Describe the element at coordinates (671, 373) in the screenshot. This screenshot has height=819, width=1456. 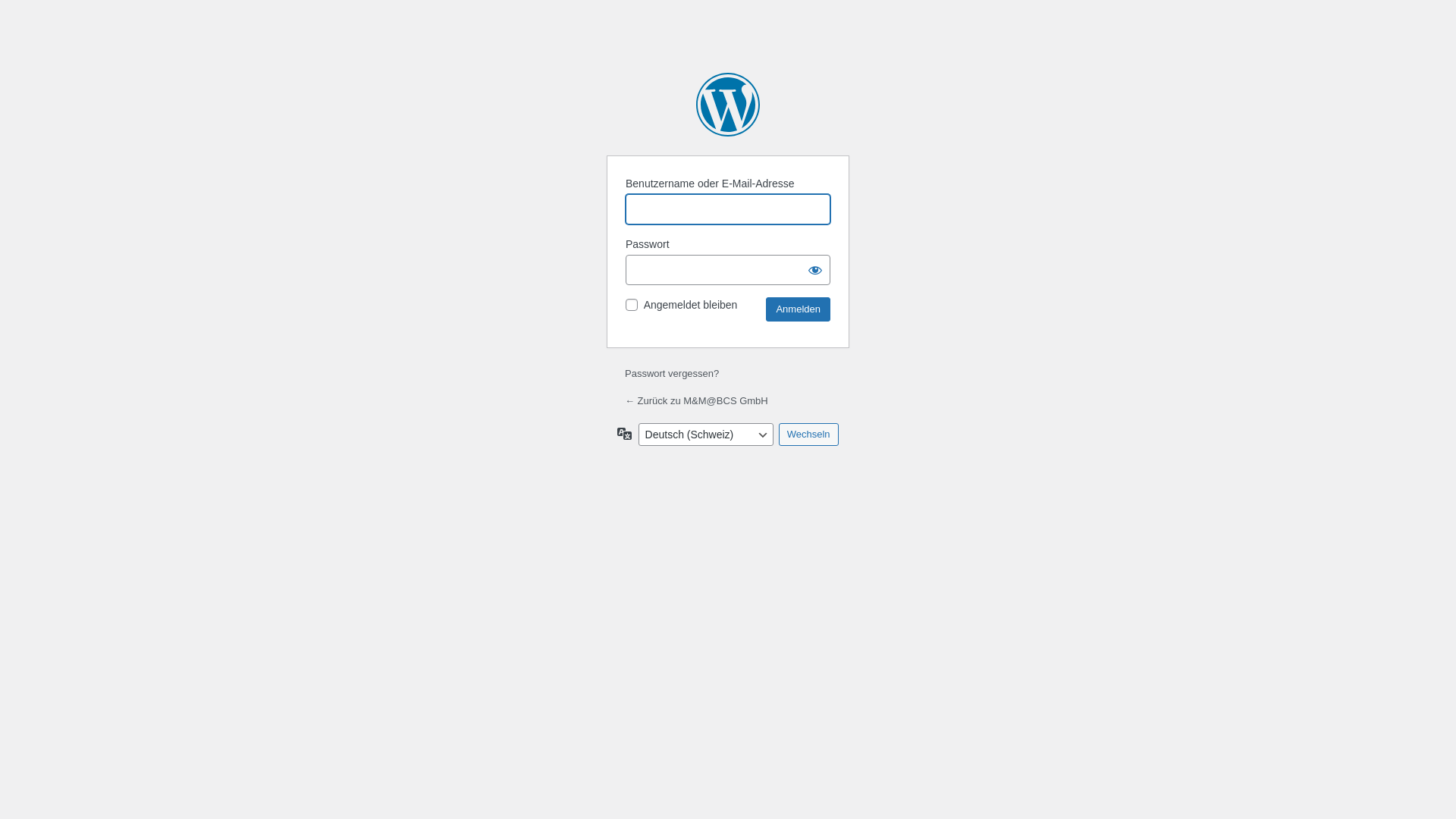
I see `'Passwort vergessen?'` at that location.